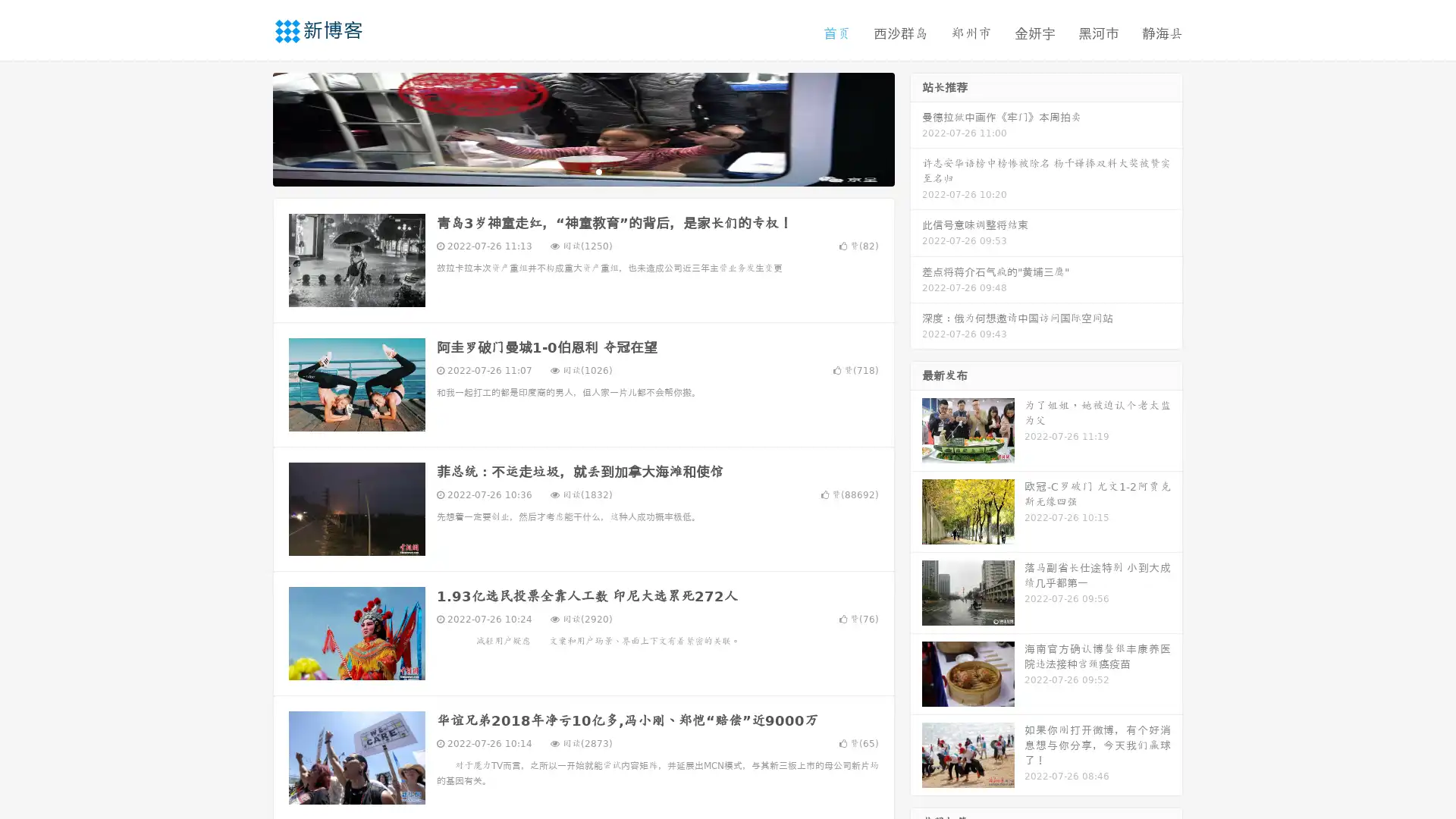 This screenshot has width=1456, height=819. Describe the element at coordinates (567, 171) in the screenshot. I see `Go to slide 1` at that location.